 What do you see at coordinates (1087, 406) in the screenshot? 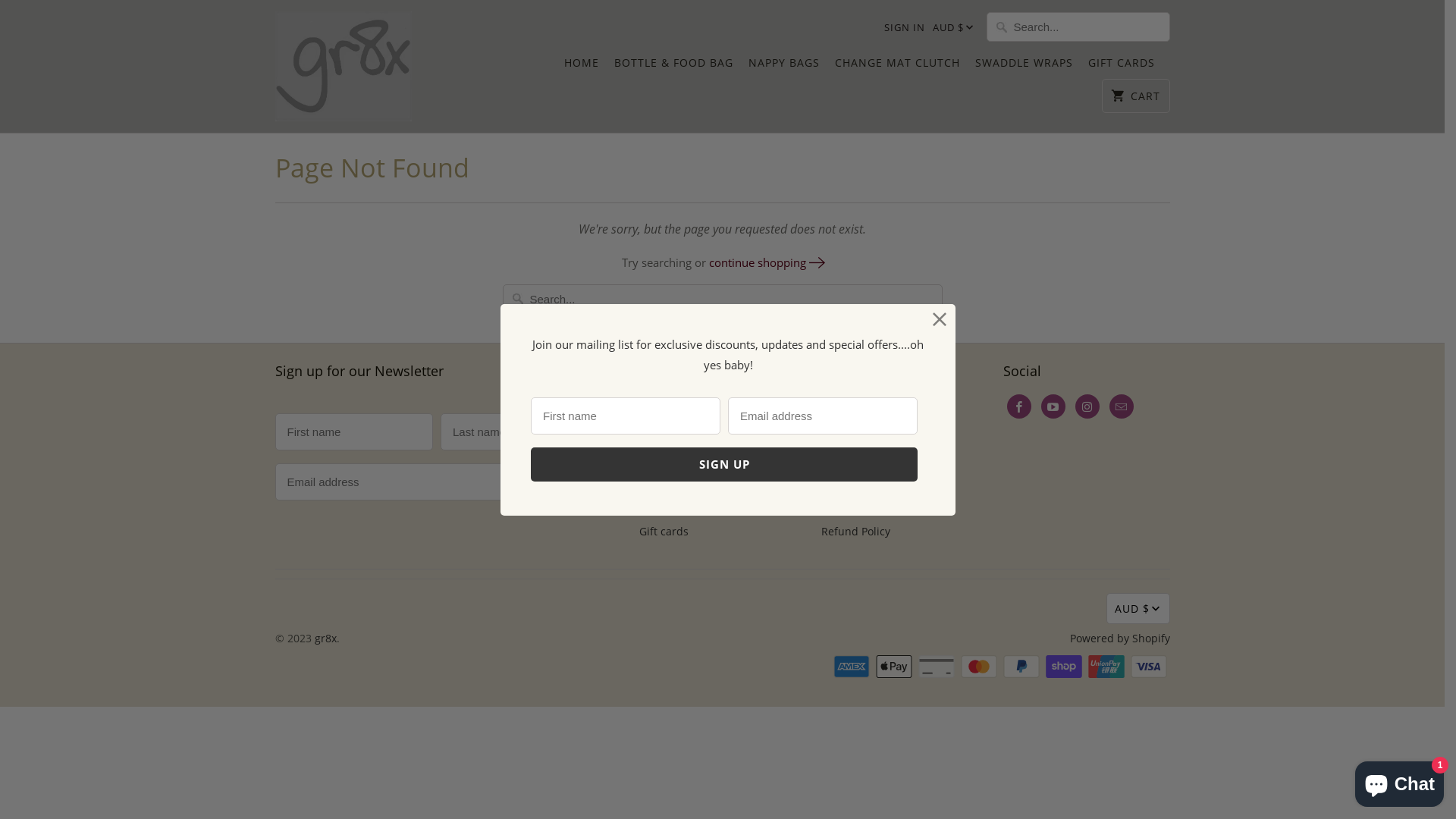
I see `'gr8x on Instagram'` at bounding box center [1087, 406].